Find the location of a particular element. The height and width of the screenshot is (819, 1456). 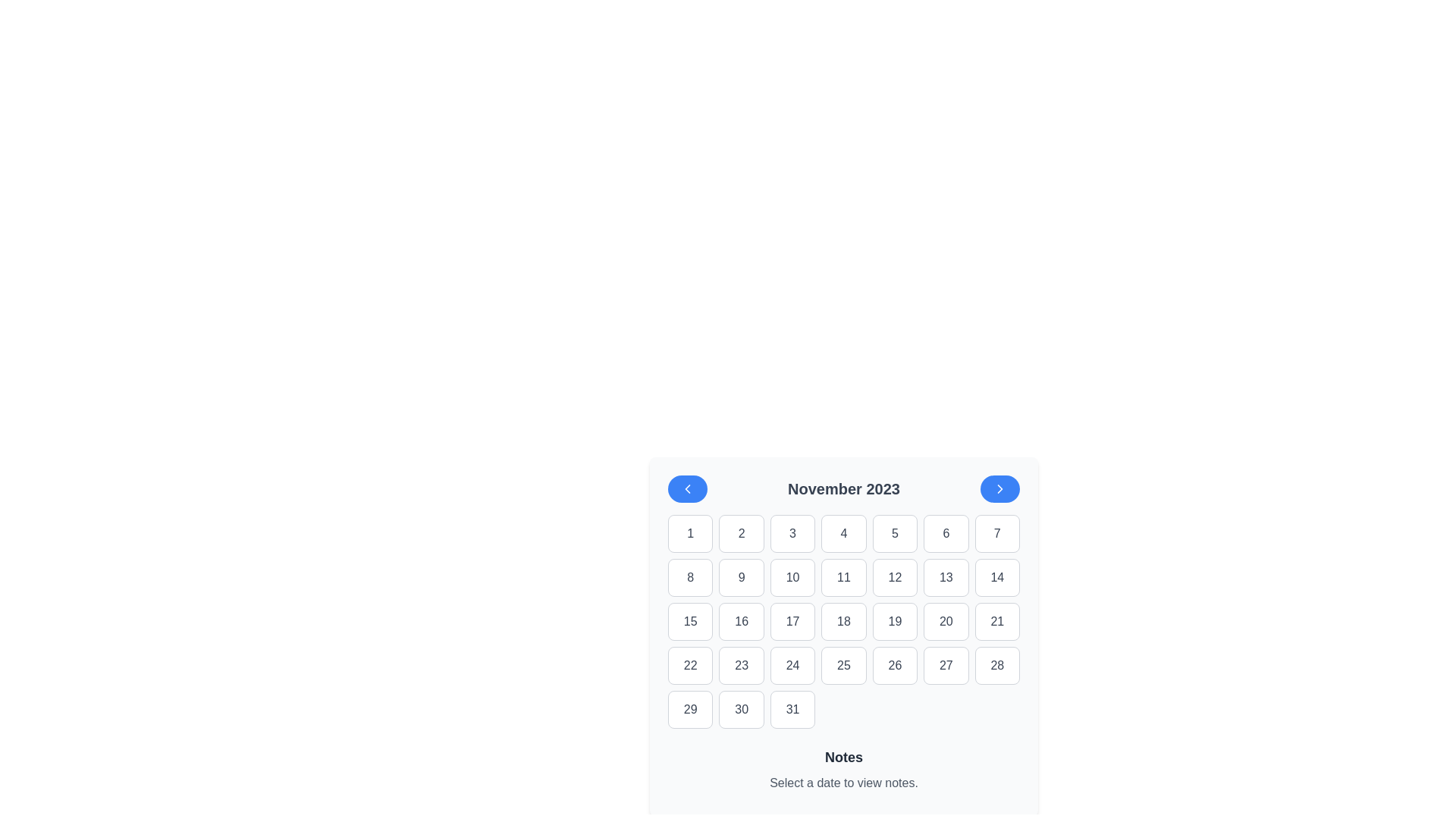

the leftward chevron icon located inside the circular blue button at the top-left corner of the calendar widget is located at coordinates (687, 488).